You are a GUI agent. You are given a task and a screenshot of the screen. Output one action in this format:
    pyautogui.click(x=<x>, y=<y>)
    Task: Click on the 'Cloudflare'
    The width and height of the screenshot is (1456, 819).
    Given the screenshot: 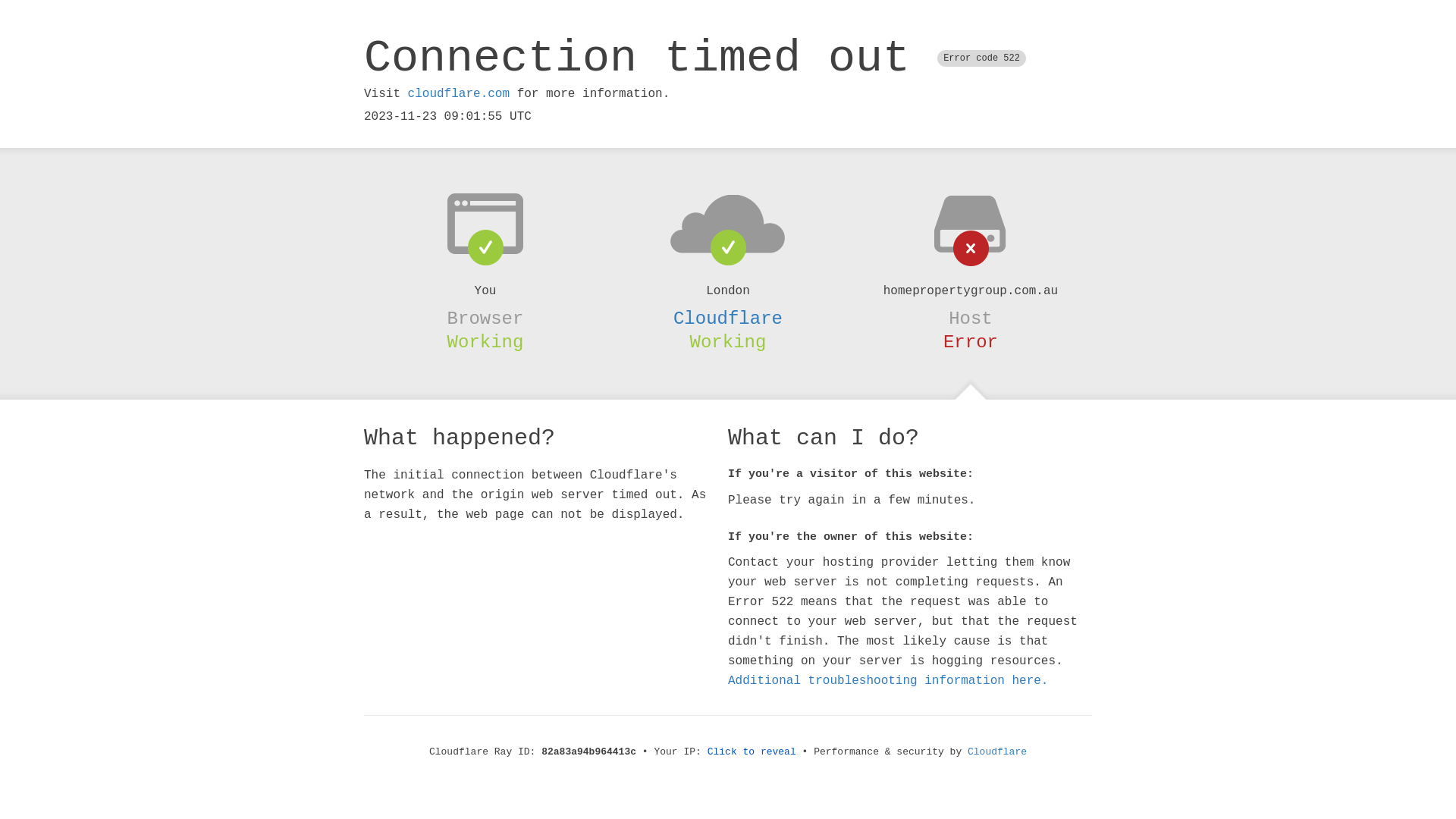 What is the action you would take?
    pyautogui.click(x=728, y=318)
    